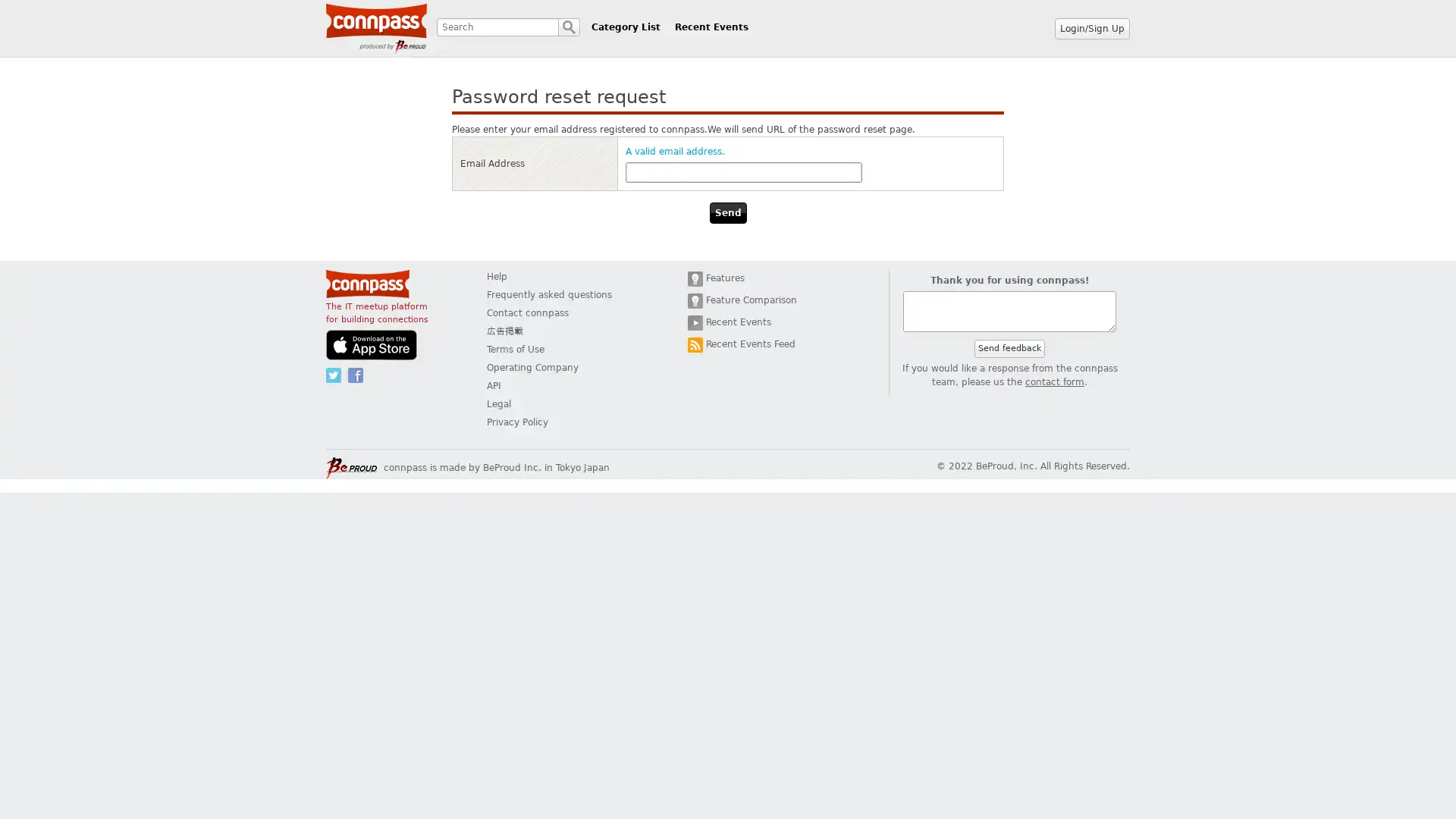 This screenshot has width=1456, height=819. I want to click on Send feedback, so click(1009, 348).